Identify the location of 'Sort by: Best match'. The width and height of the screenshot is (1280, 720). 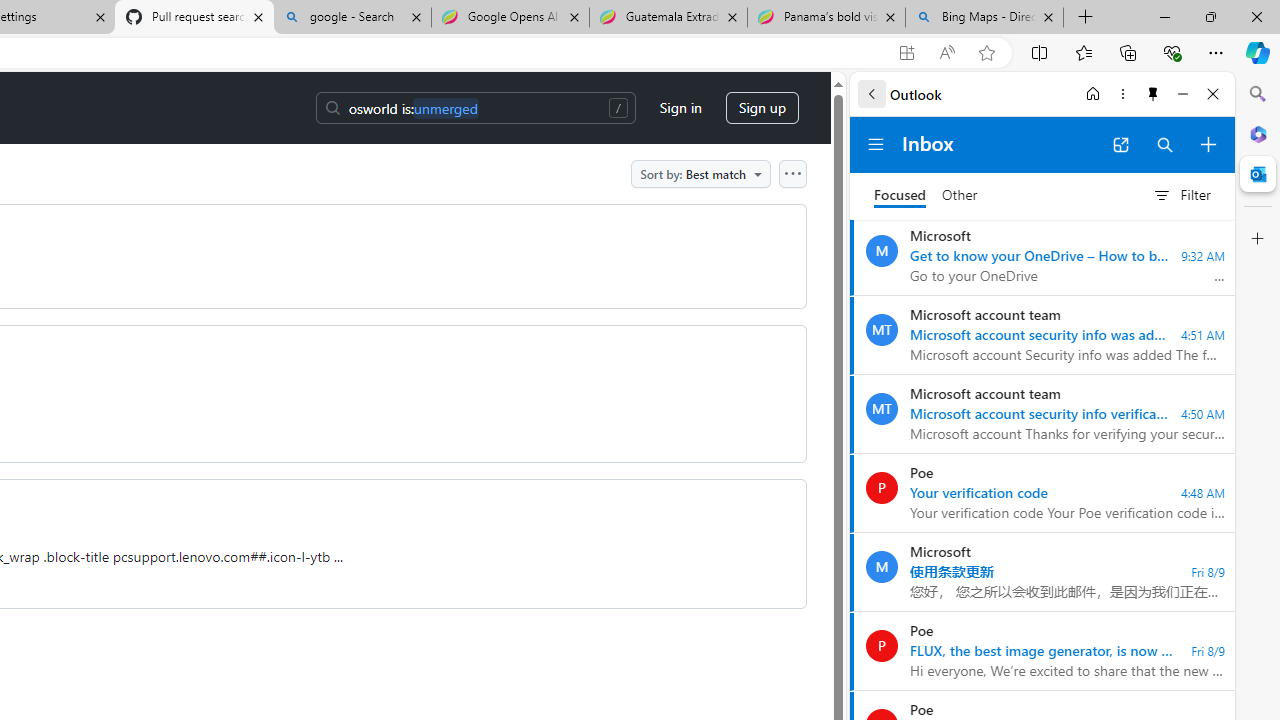
(700, 172).